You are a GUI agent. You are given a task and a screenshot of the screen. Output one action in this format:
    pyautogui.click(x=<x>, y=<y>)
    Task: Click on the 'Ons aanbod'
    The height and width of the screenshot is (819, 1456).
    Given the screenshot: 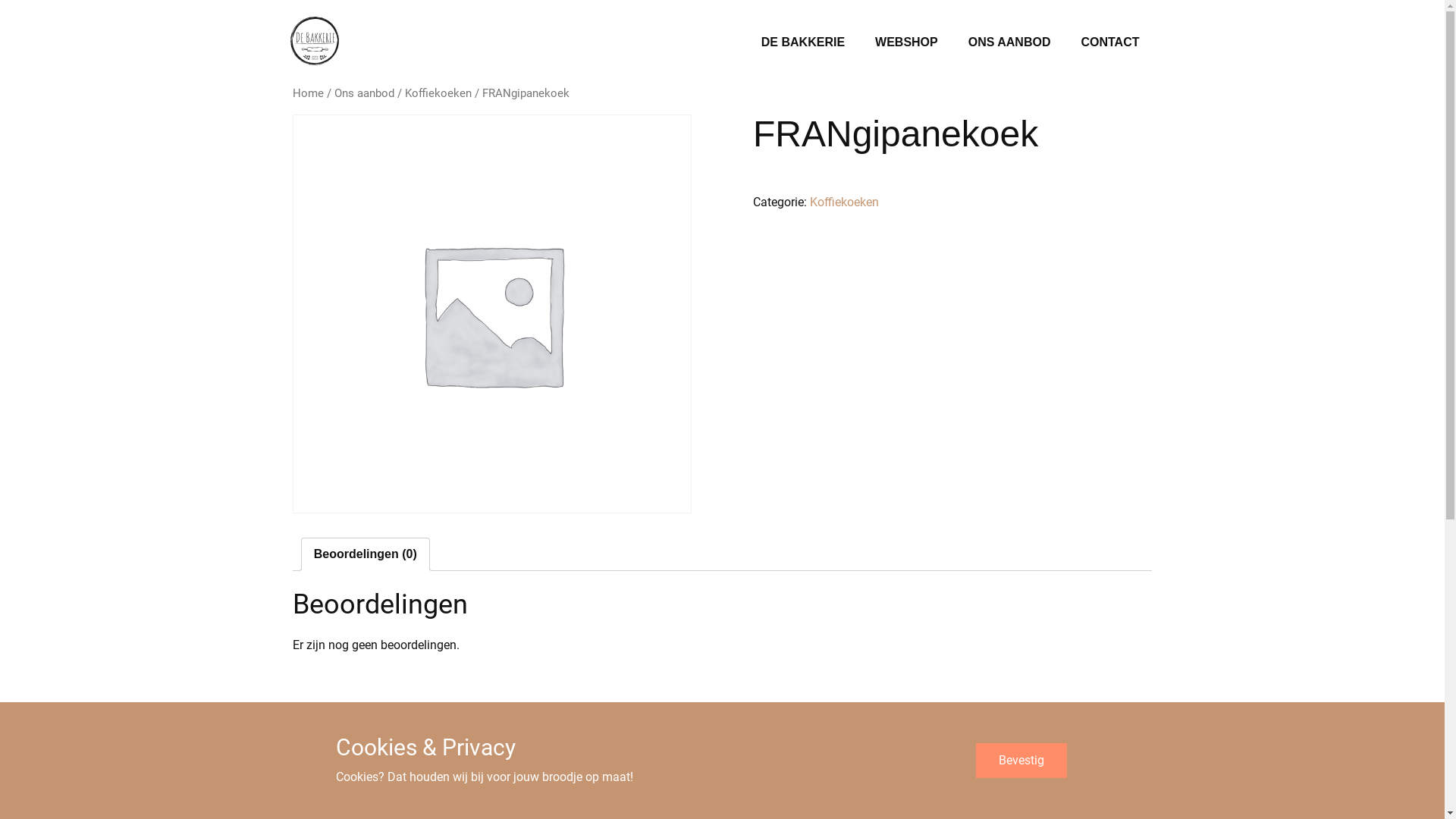 What is the action you would take?
    pyautogui.click(x=364, y=93)
    